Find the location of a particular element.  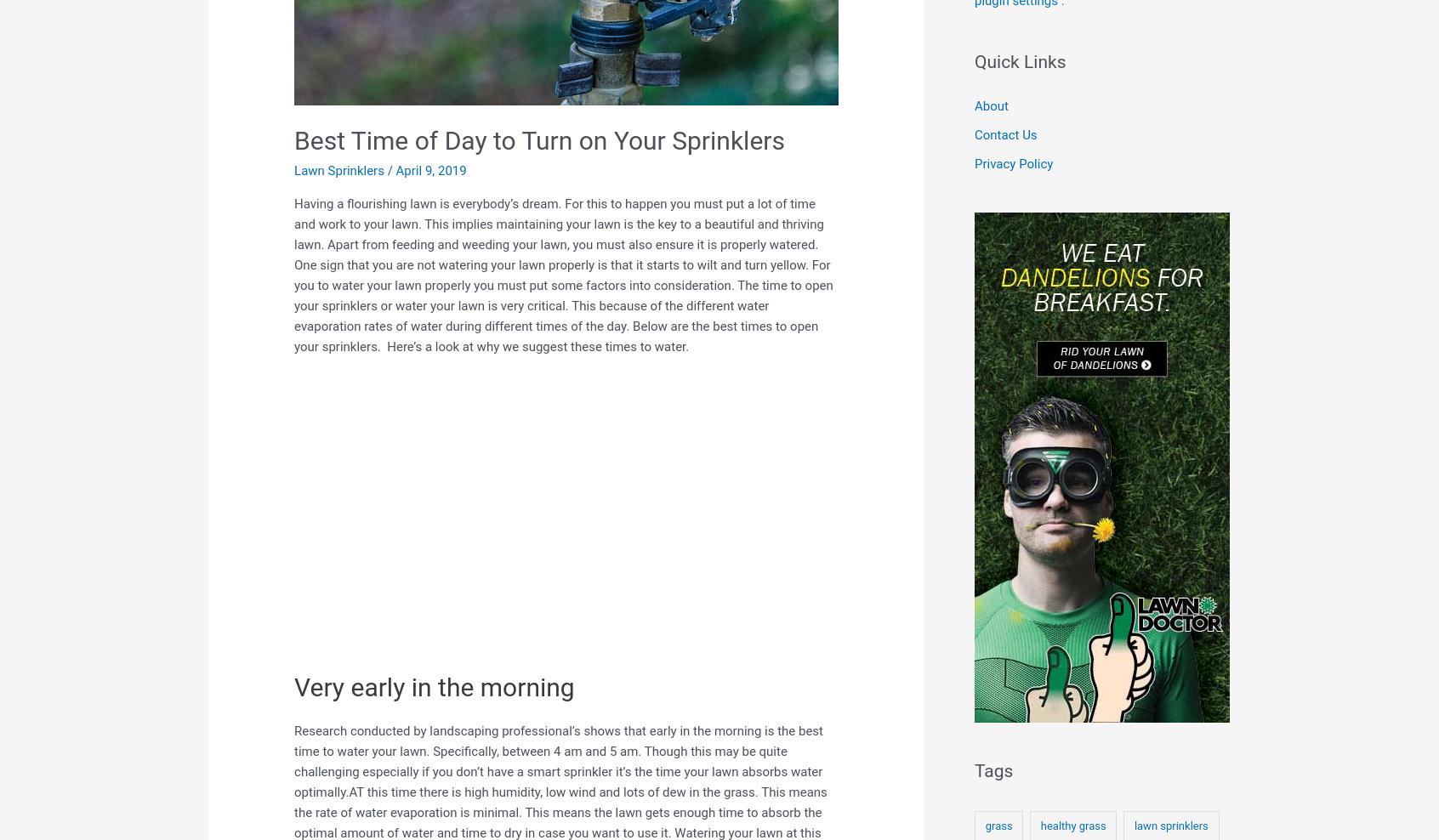

'About' is located at coordinates (973, 105).